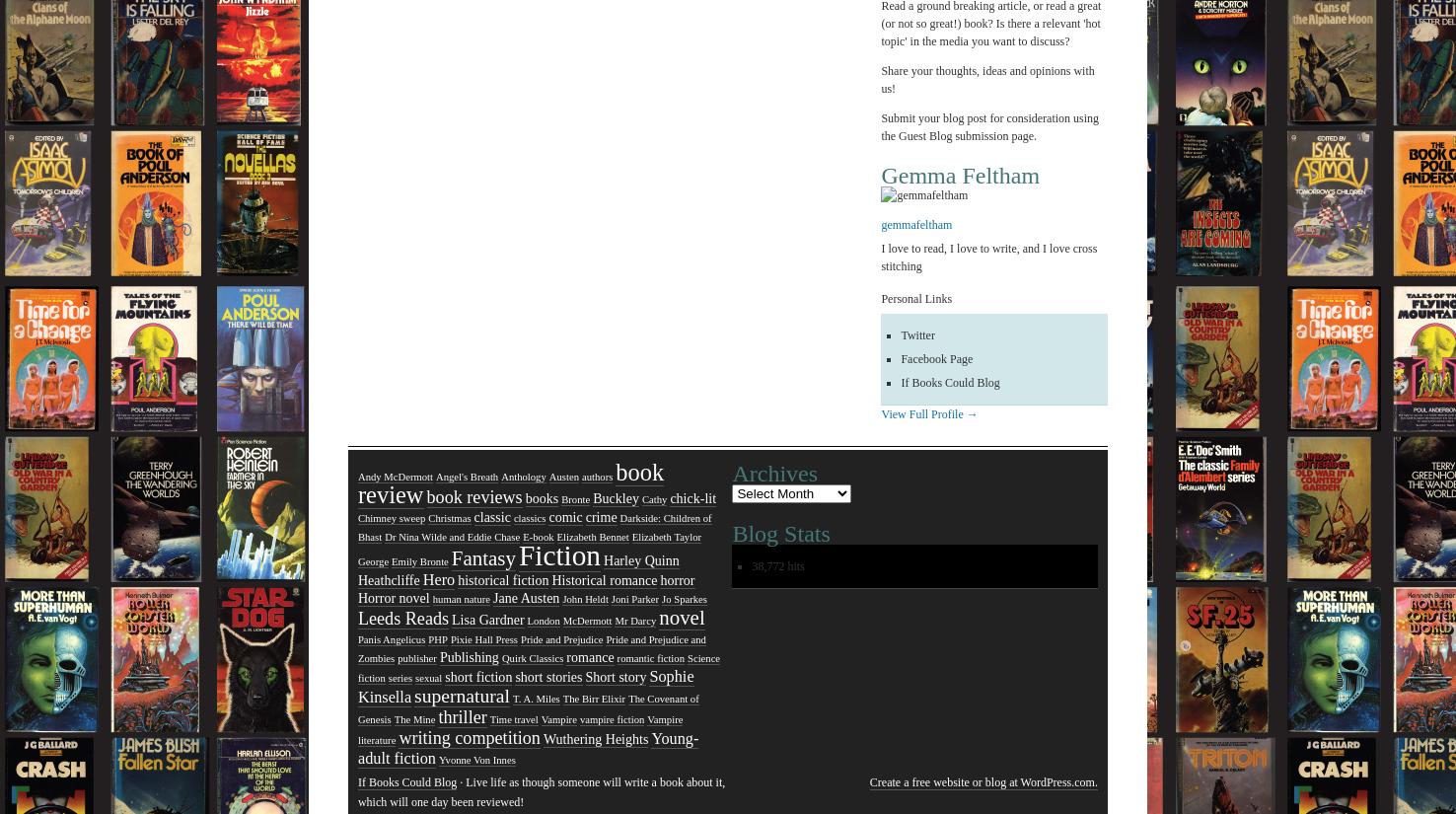 The image size is (1456, 814). Describe the element at coordinates (402, 619) in the screenshot. I see `'Leeds Reads'` at that location.